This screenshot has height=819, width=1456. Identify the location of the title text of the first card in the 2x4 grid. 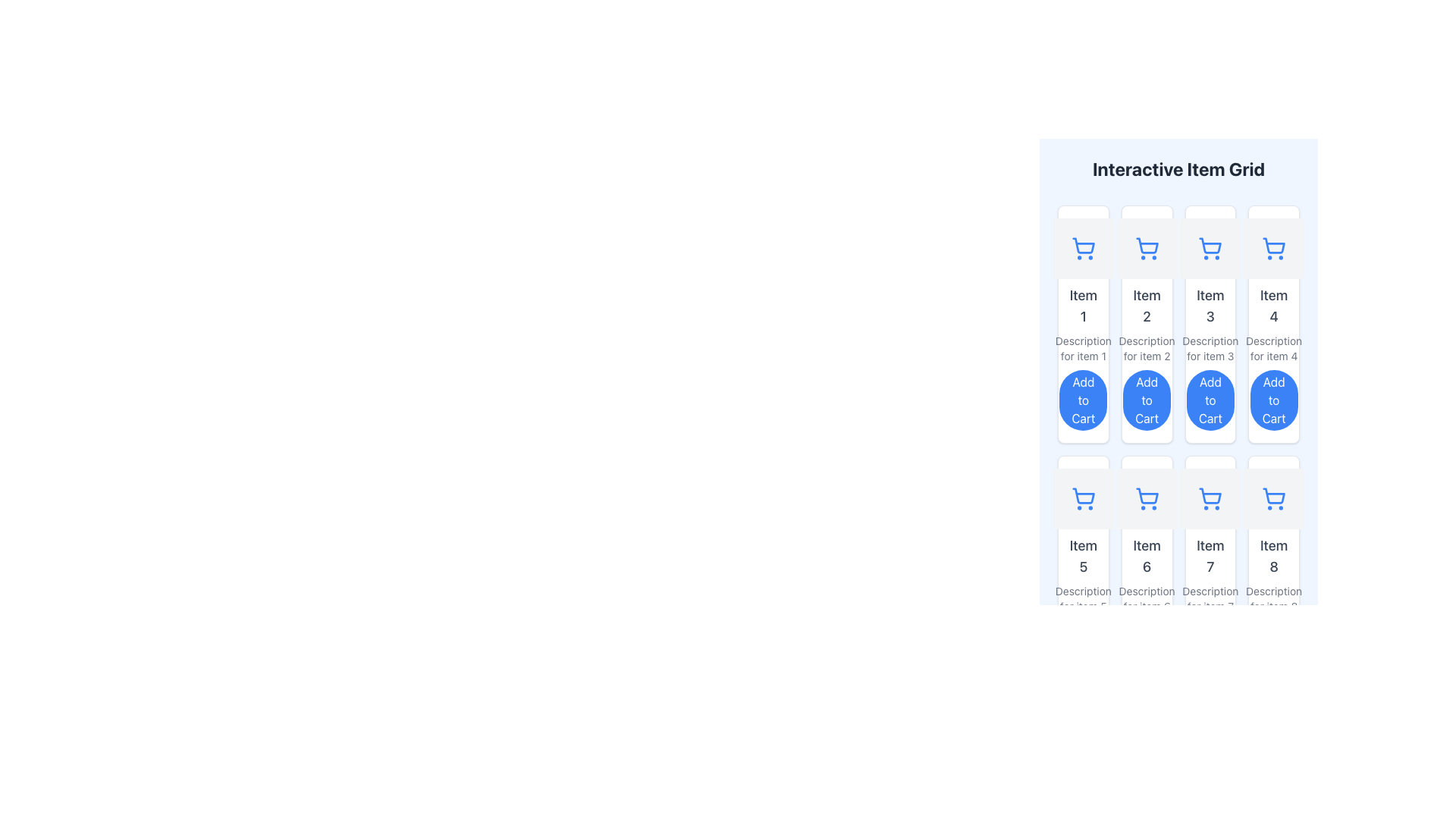
(1082, 306).